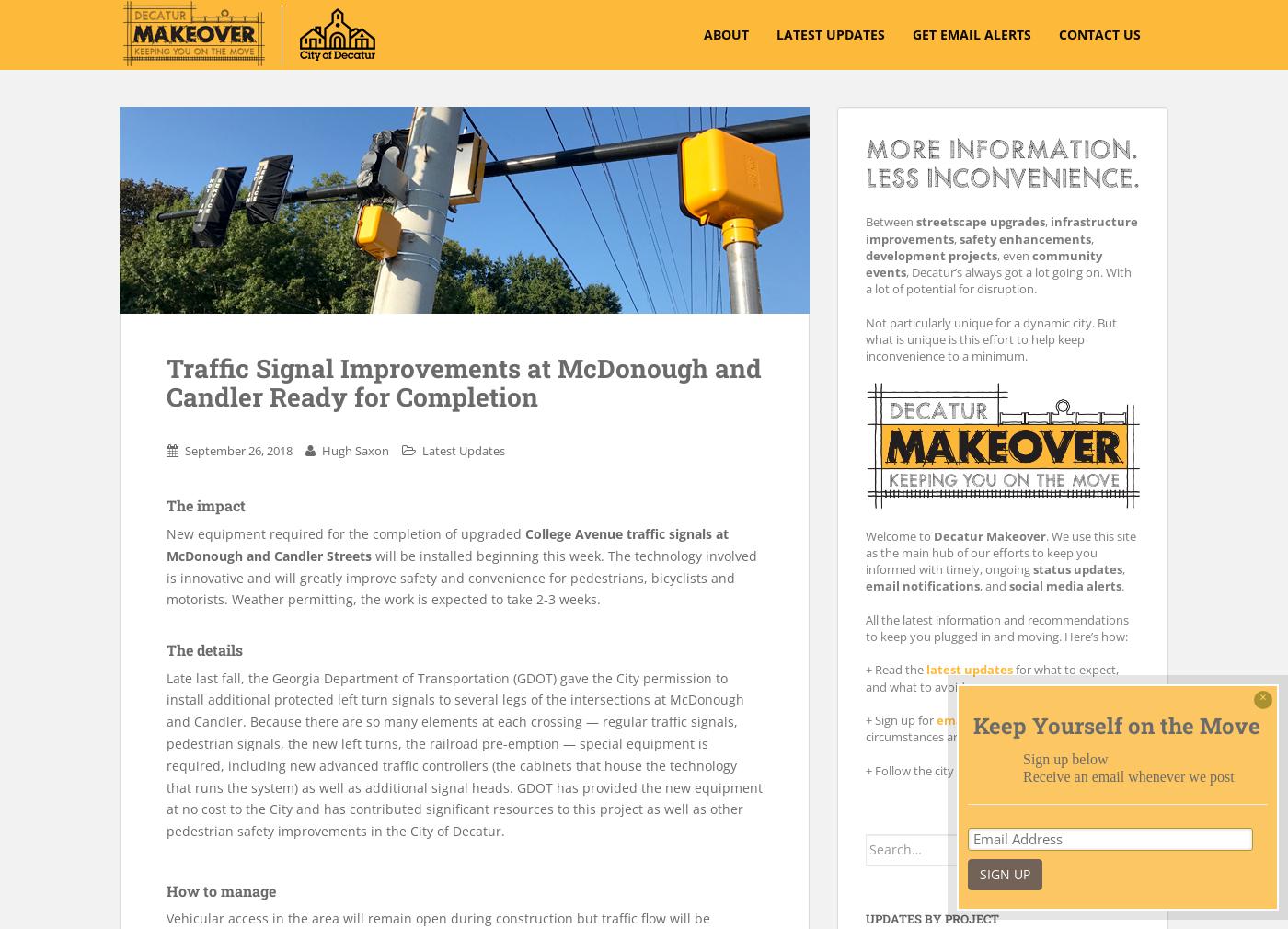 Image resolution: width=1288 pixels, height=929 pixels. I want to click on 'will be installed beginning this week. The technology involved is innovative and will greatly improve safety and convenience for pedestrians, bicyclists and motorists. Weather permitting, the work is expected to take 2-3 weeks.', so click(462, 576).